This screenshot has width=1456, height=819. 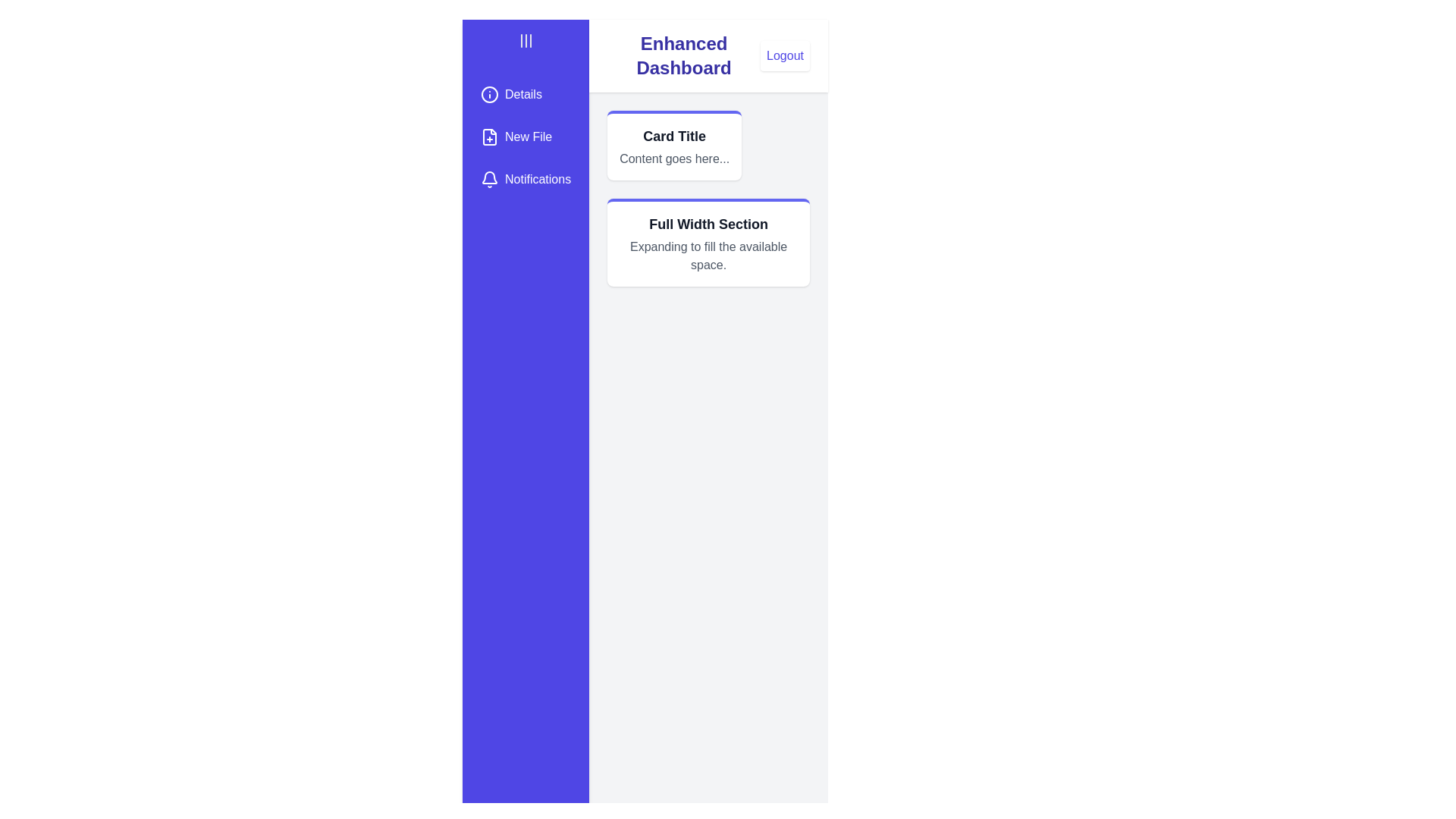 What do you see at coordinates (529, 137) in the screenshot?
I see `the 'New File' text label in the vertical navigation menu` at bounding box center [529, 137].